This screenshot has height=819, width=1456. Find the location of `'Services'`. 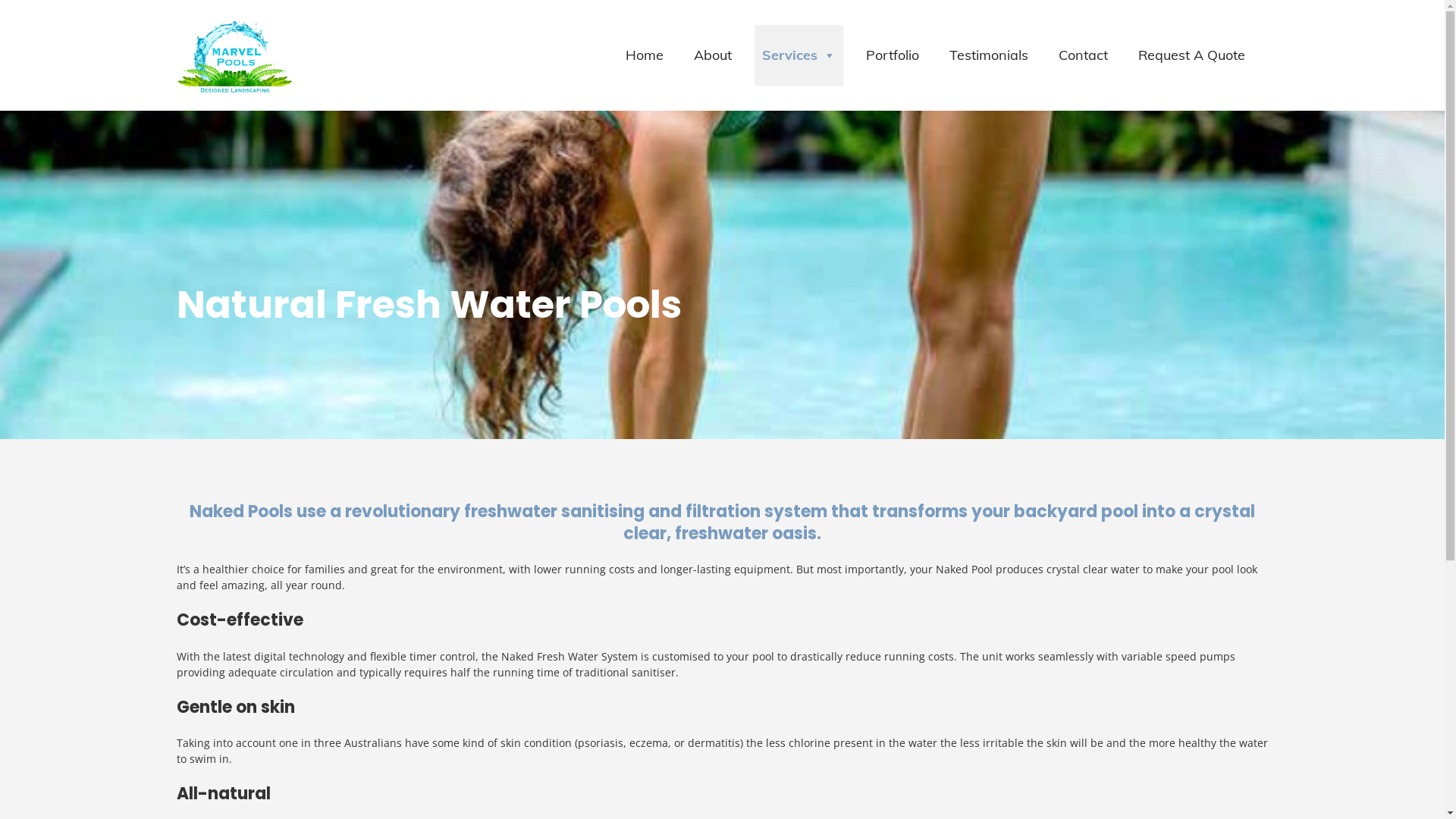

'Services' is located at coordinates (798, 55).